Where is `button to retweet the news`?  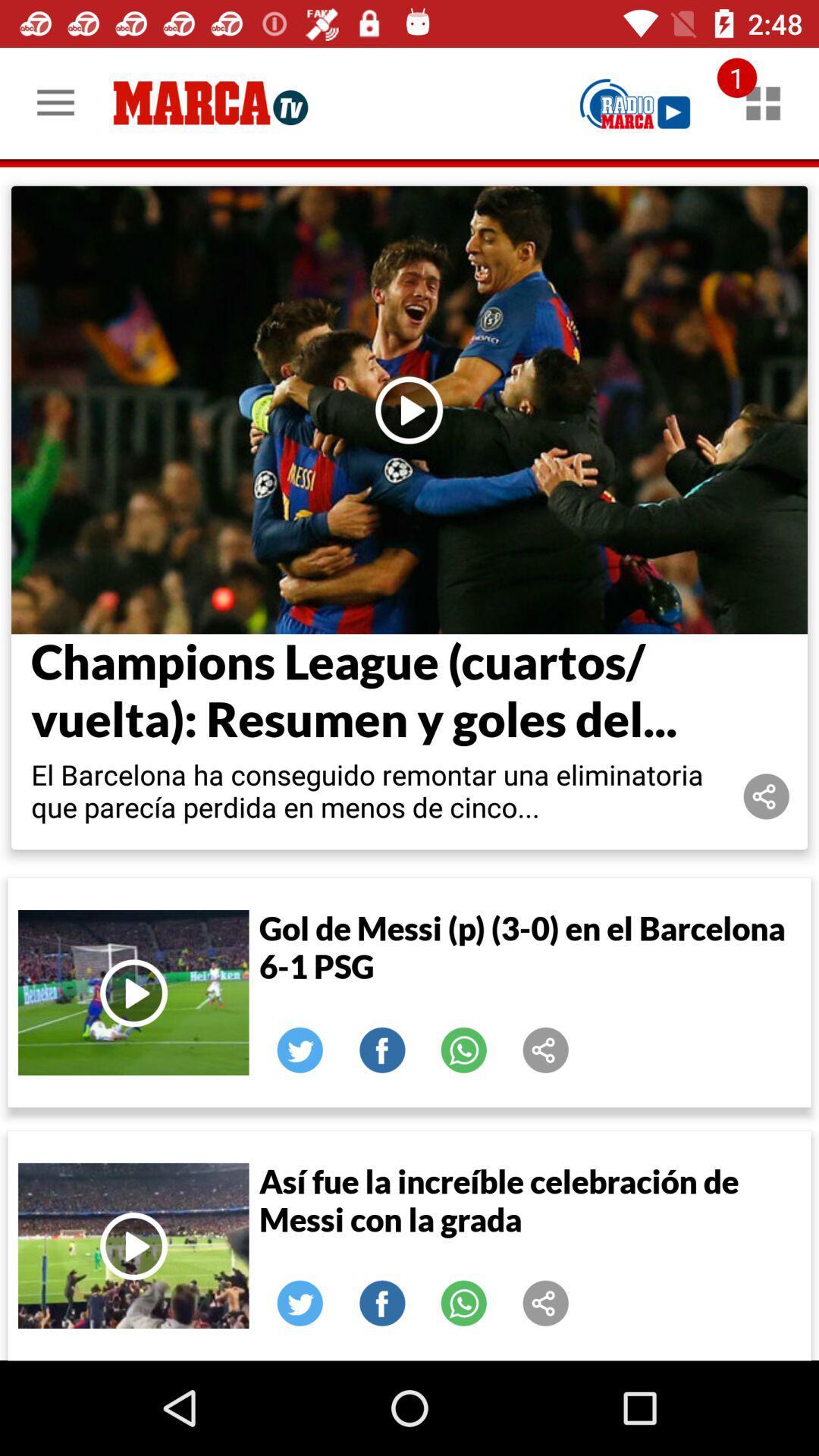 button to retweet the news is located at coordinates (300, 1050).